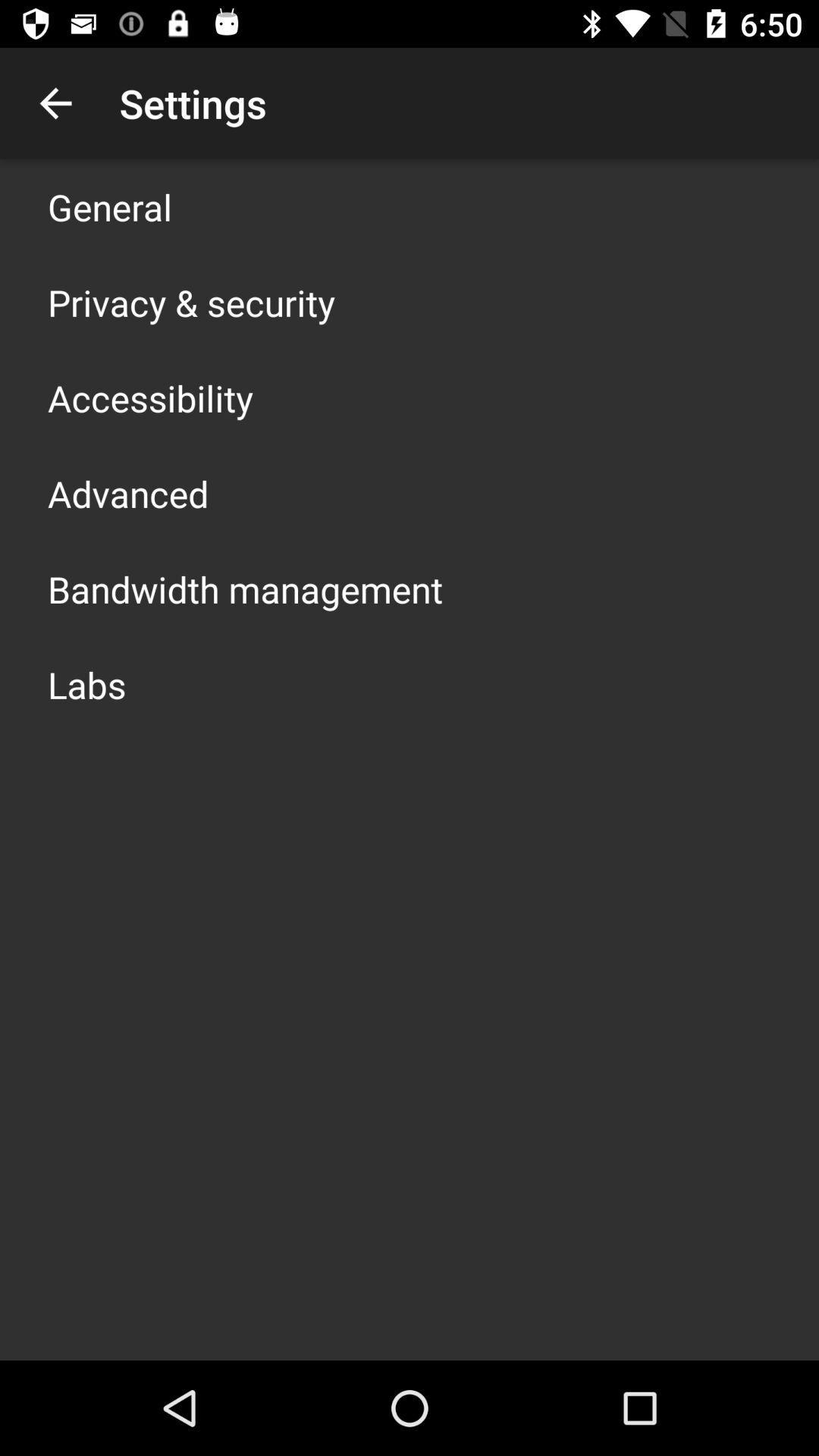 This screenshot has height=1456, width=819. Describe the element at coordinates (86, 683) in the screenshot. I see `the item below the bandwidth management item` at that location.